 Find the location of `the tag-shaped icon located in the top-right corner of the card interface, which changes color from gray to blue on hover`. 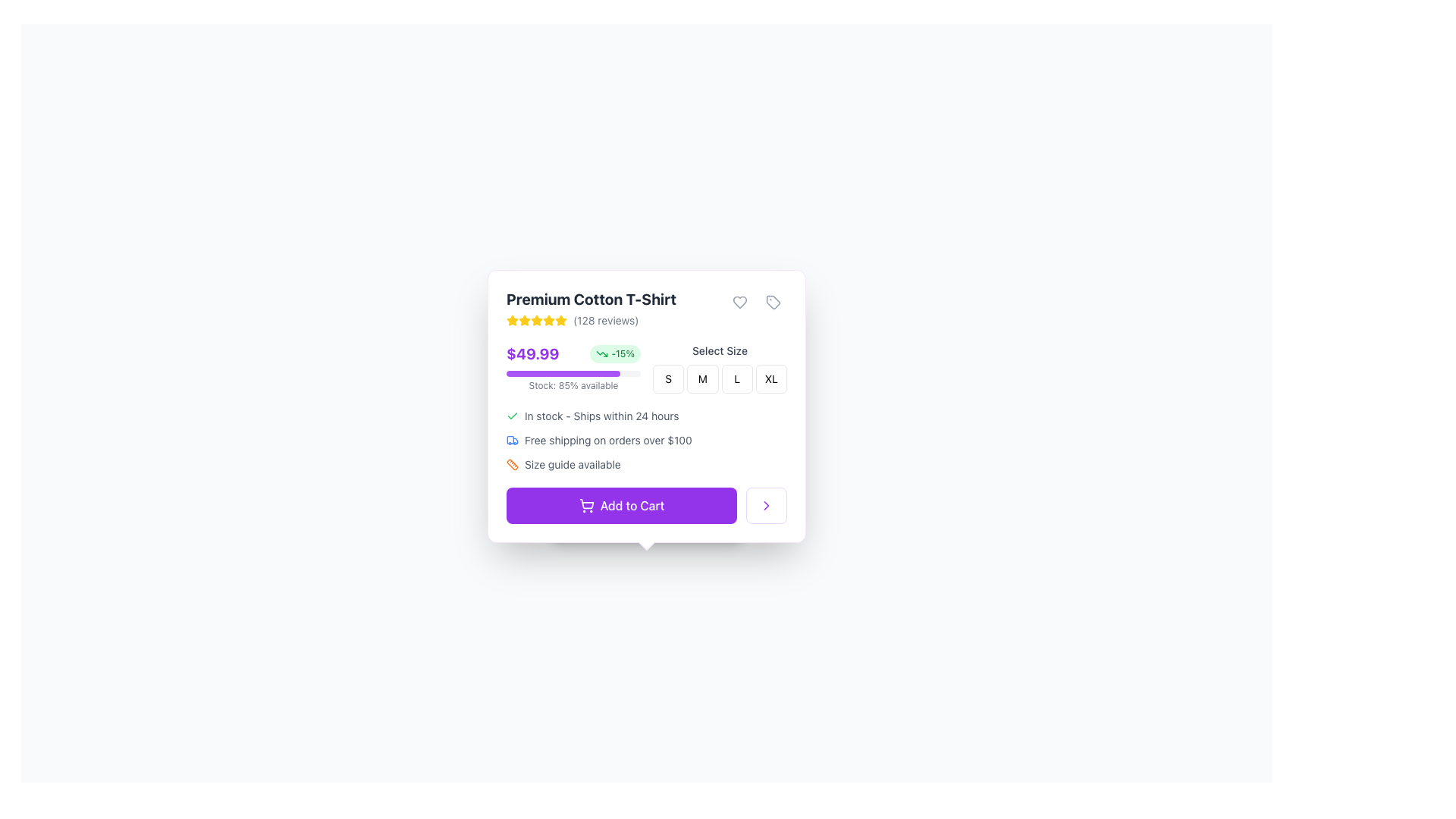

the tag-shaped icon located in the top-right corner of the card interface, which changes color from gray to blue on hover is located at coordinates (773, 302).